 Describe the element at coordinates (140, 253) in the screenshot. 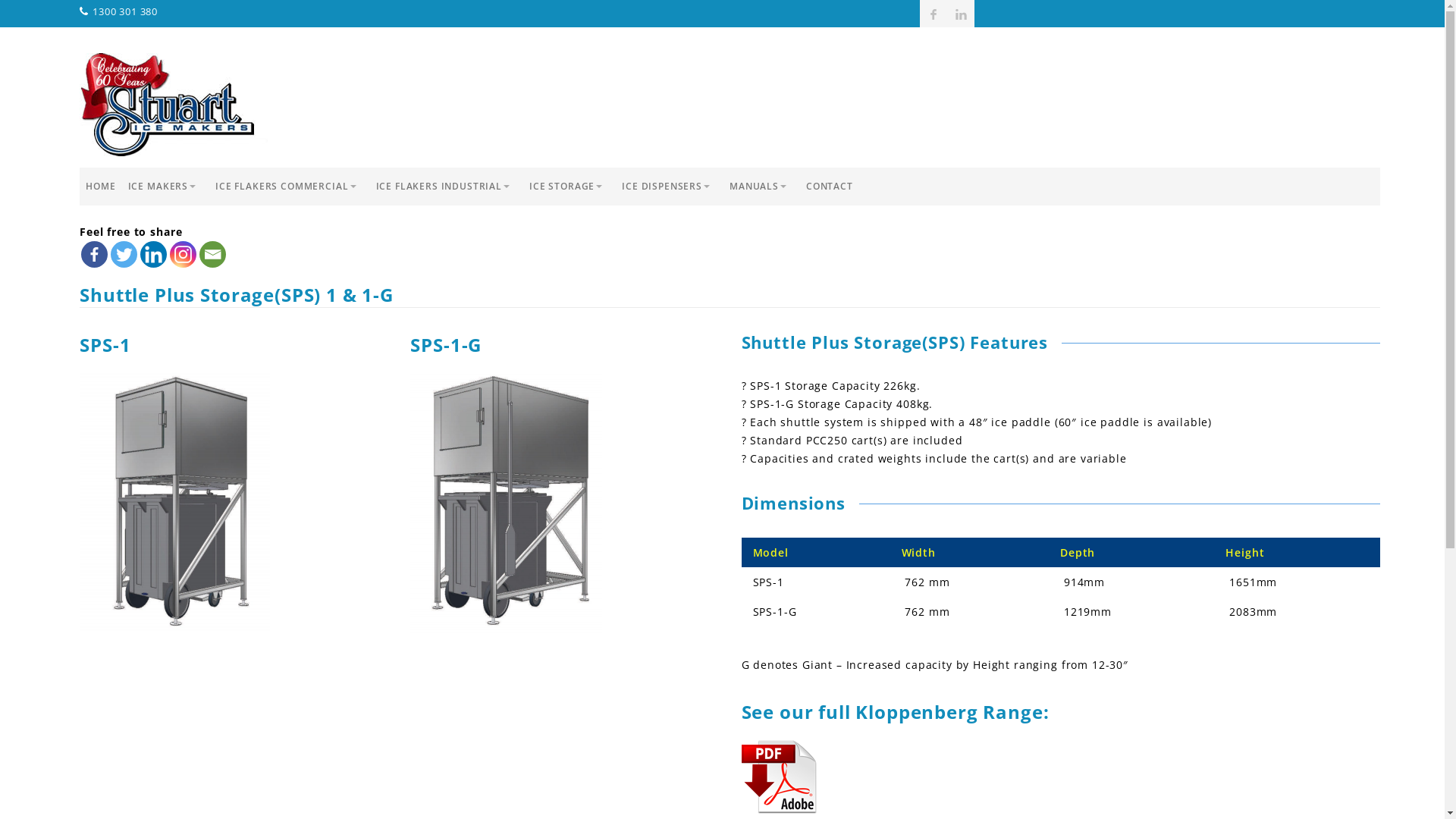

I see `'Linkedin'` at that location.